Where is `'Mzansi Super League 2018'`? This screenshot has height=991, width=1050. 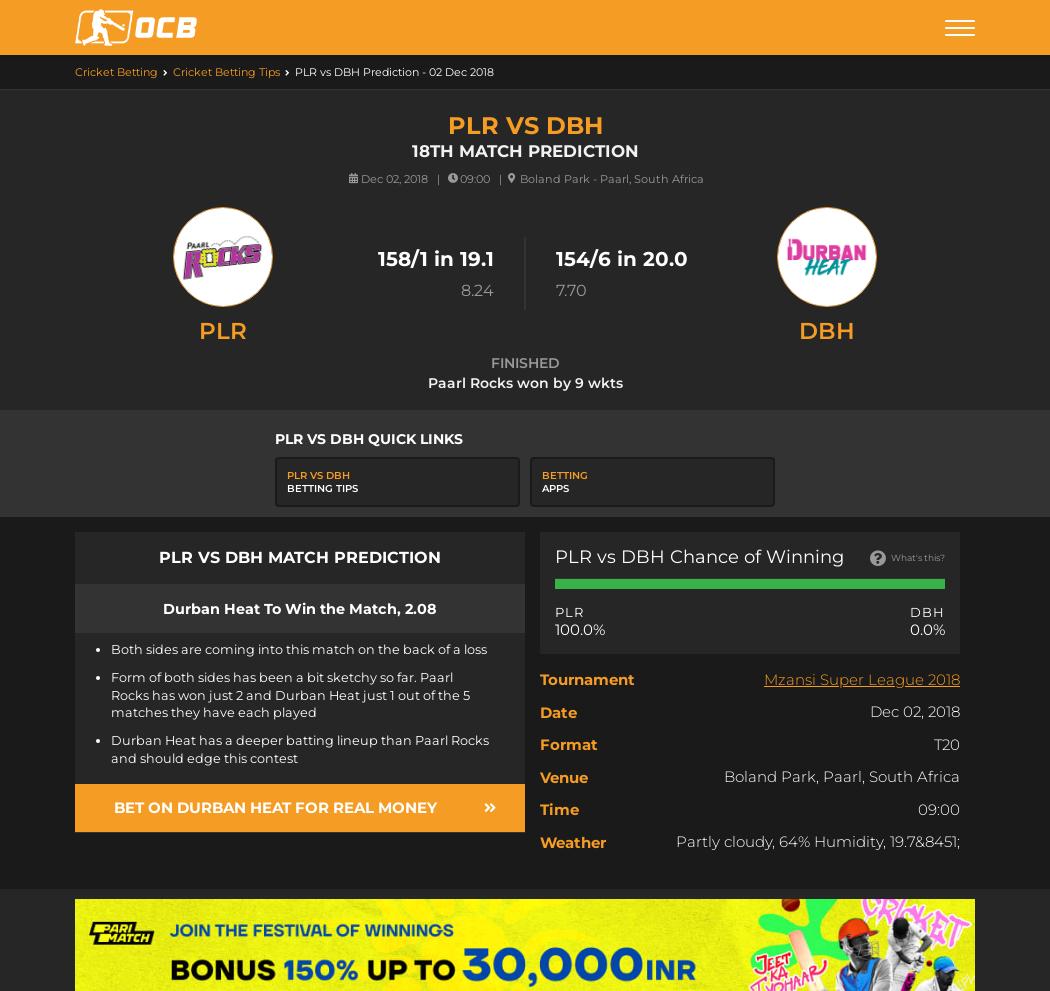
'Mzansi Super League 2018' is located at coordinates (862, 678).